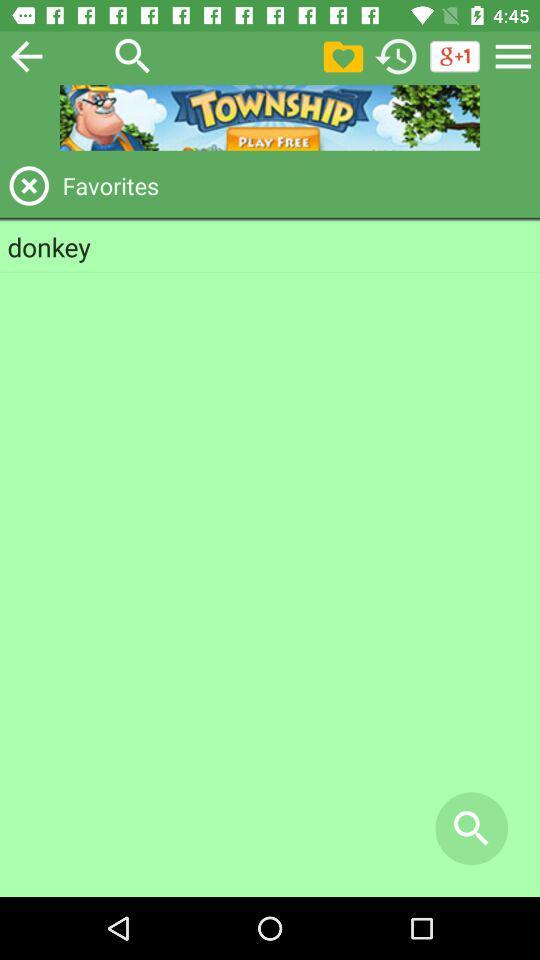  I want to click on exit favorites, so click(28, 185).